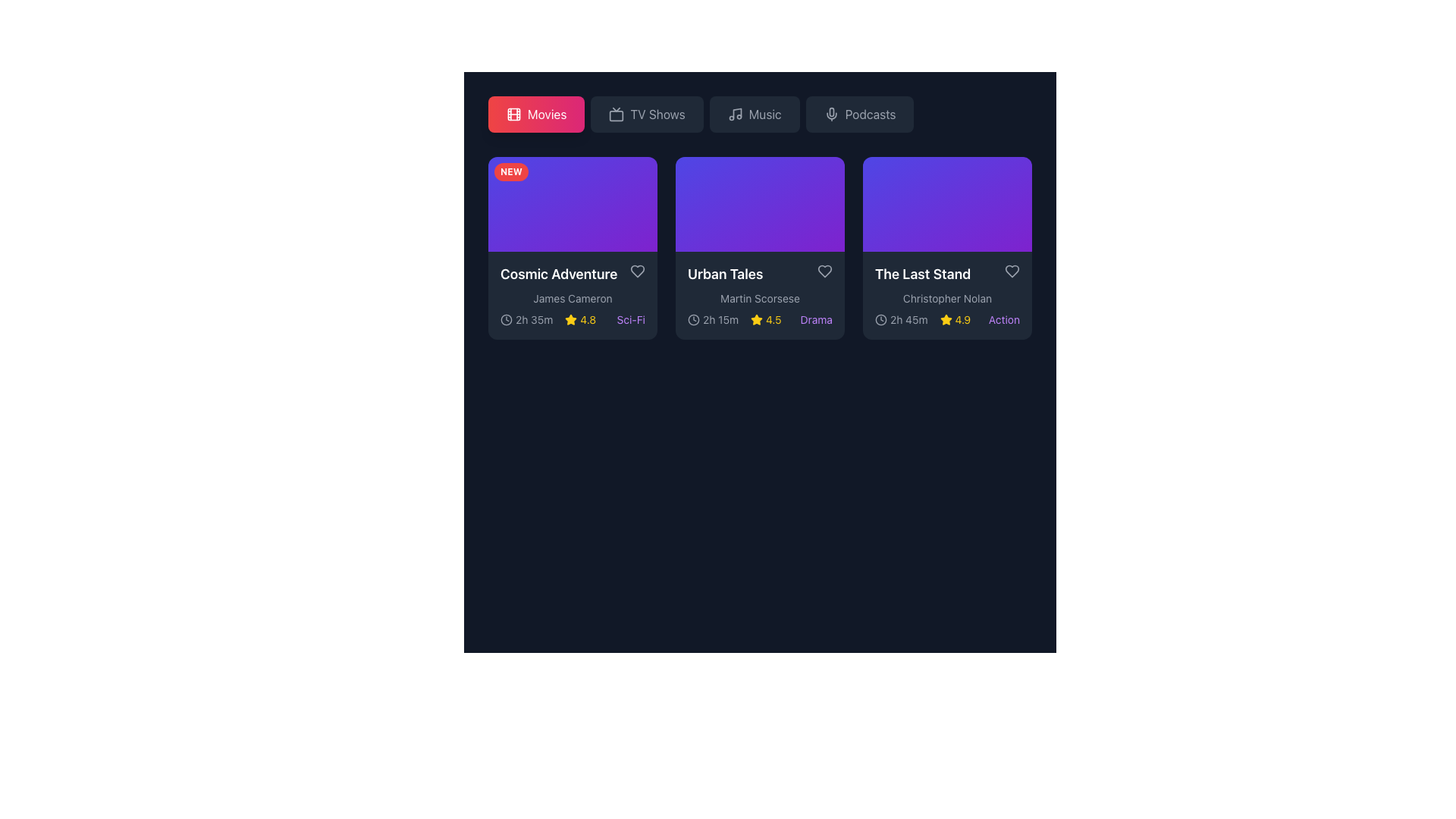 The image size is (1456, 819). What do you see at coordinates (755, 113) in the screenshot?
I see `the music navigation button, which is the third button in a horizontal menu of four, located between the 'TV Shows' and 'Podcasts' buttons` at bounding box center [755, 113].